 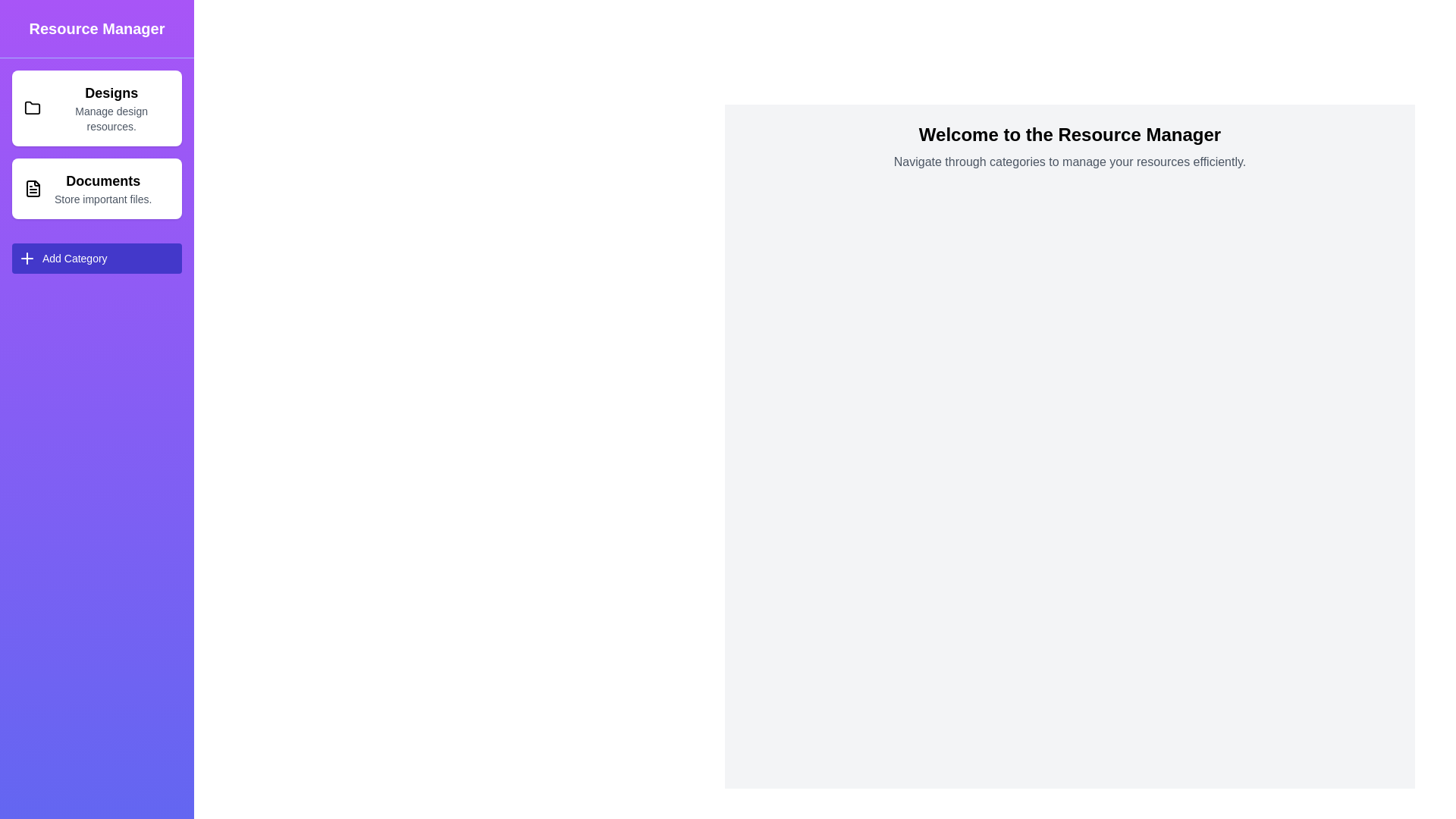 What do you see at coordinates (30, 30) in the screenshot?
I see `button at the top-left corner to toggle the drawer` at bounding box center [30, 30].